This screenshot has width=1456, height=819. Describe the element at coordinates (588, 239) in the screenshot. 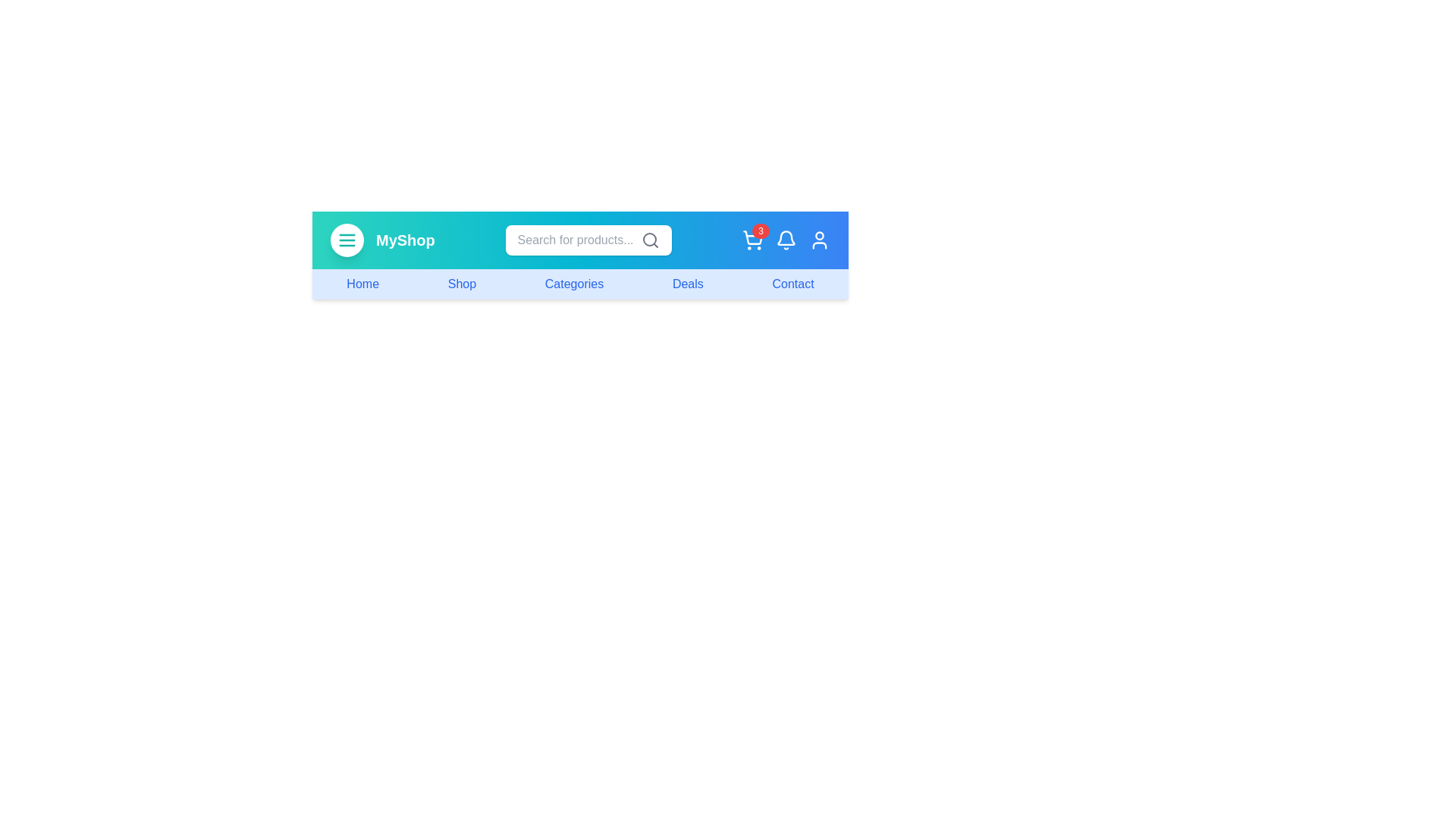

I see `the search field and type the desired text` at that location.